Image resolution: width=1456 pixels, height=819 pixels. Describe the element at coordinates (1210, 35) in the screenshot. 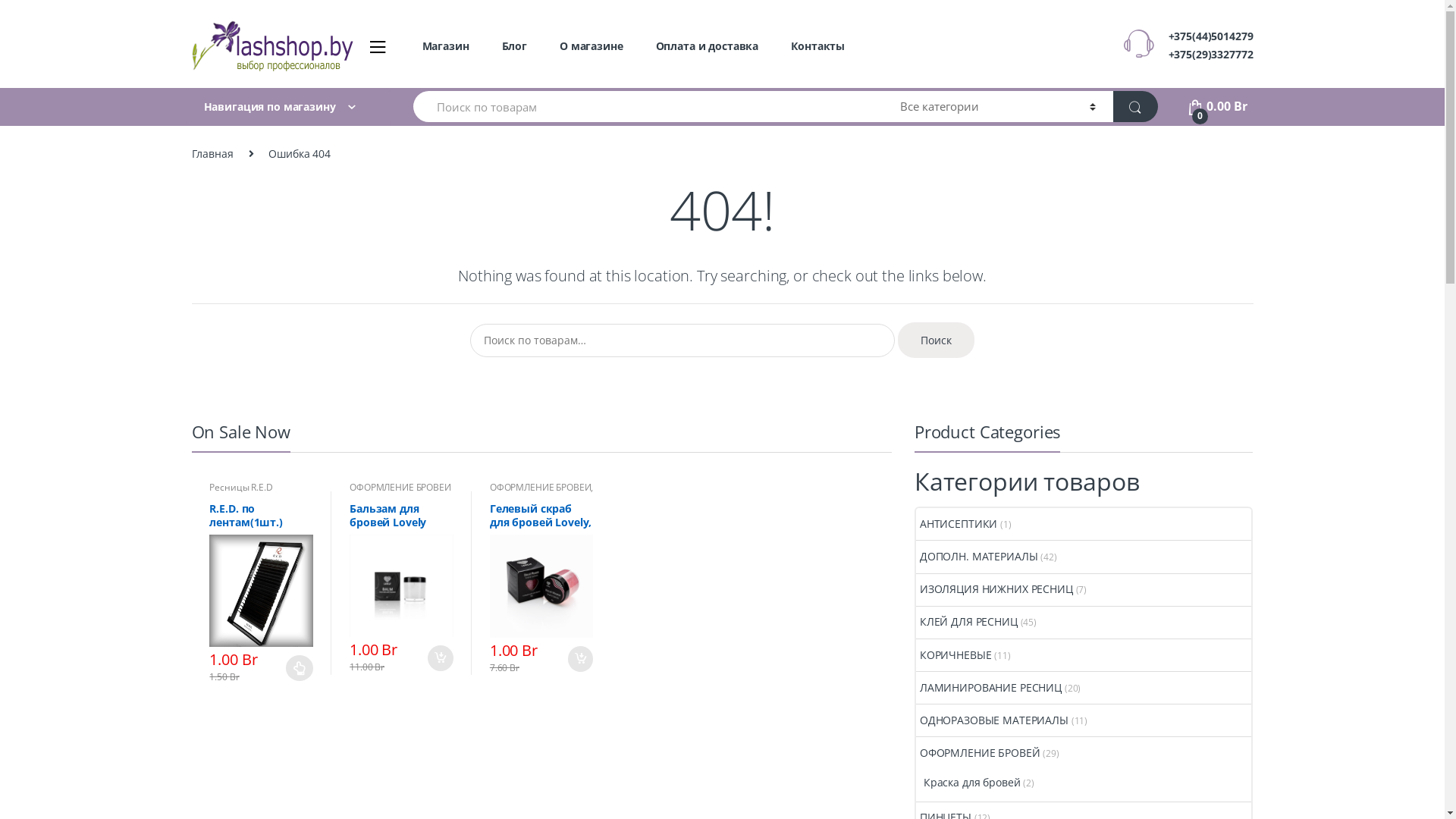

I see `'+375(44)5014279'` at that location.